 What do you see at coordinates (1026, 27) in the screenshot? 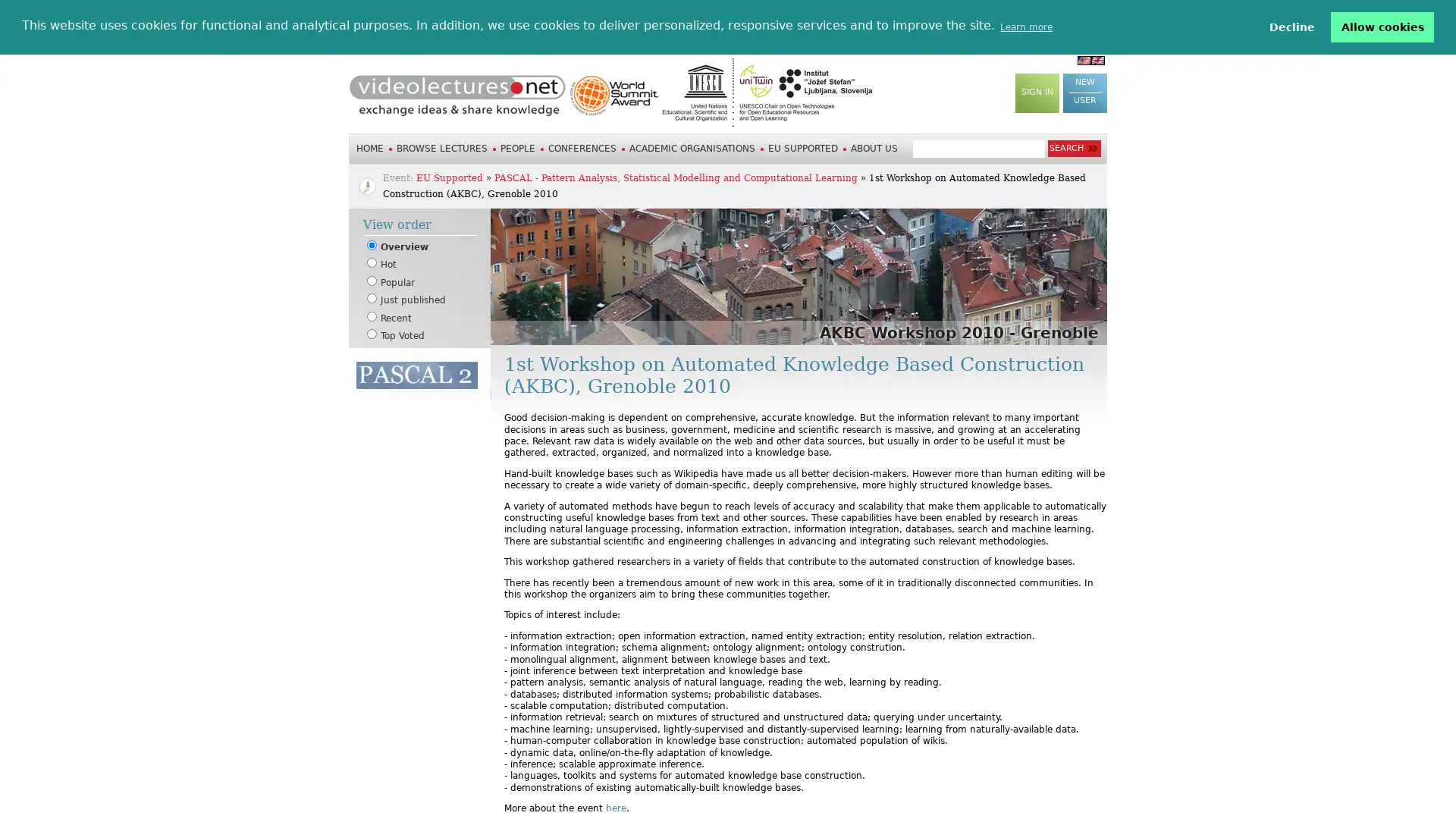
I see `learn more about cookies` at bounding box center [1026, 27].